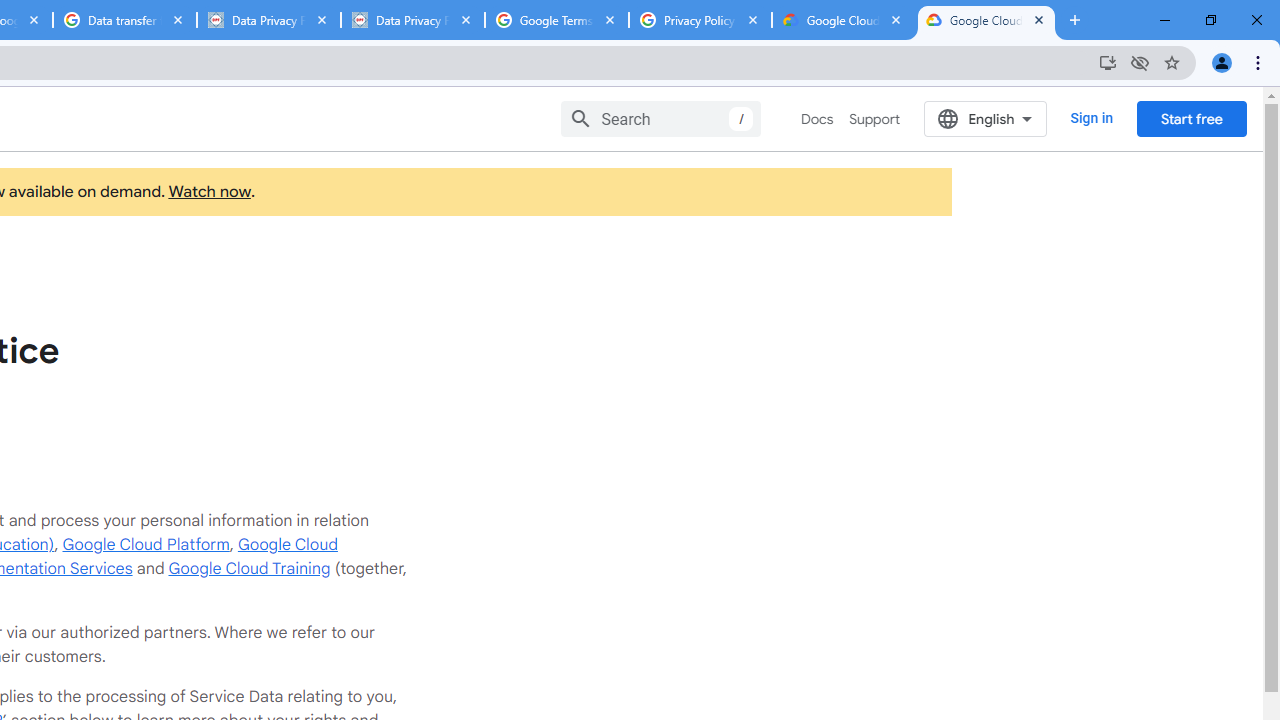  What do you see at coordinates (986, 20) in the screenshot?
I see `'Google Cloud Privacy Notice'` at bounding box center [986, 20].